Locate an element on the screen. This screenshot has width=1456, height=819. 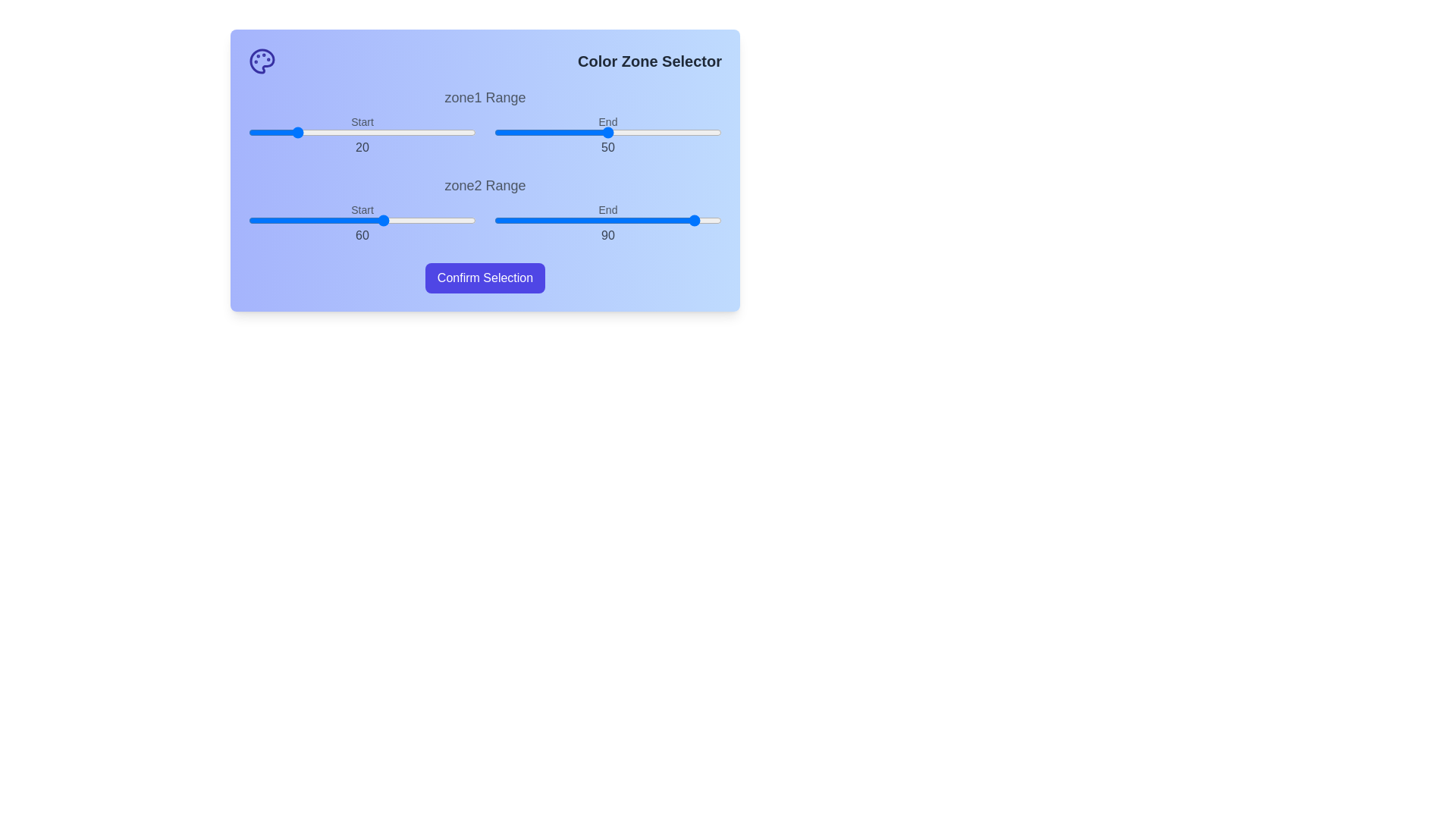
the start range slider for zone2 to 60 is located at coordinates (385, 220).